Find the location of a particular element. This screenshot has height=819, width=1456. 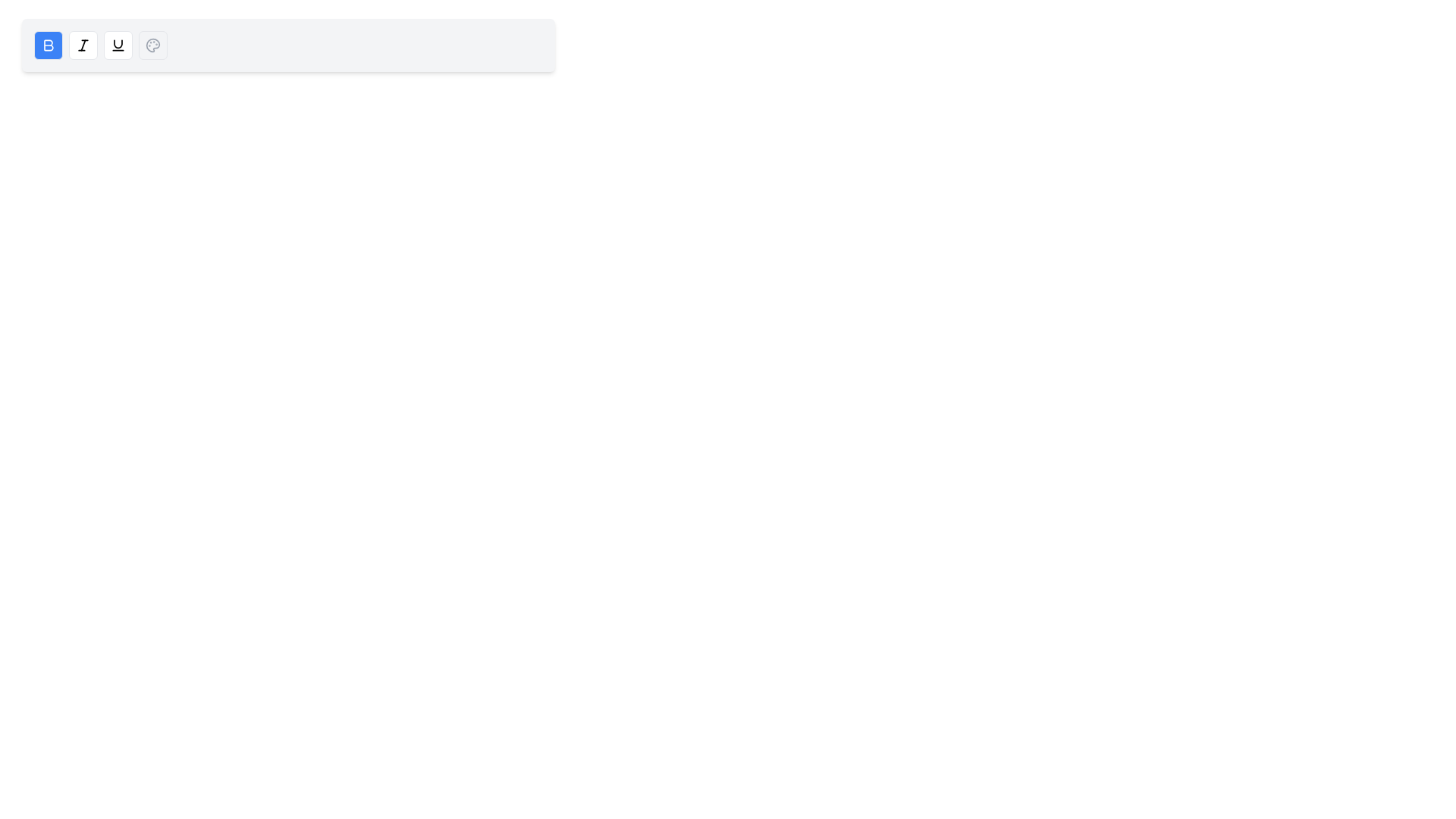

the underline formatting button located in the text formatting toolbar to apply underline formatting is located at coordinates (118, 45).